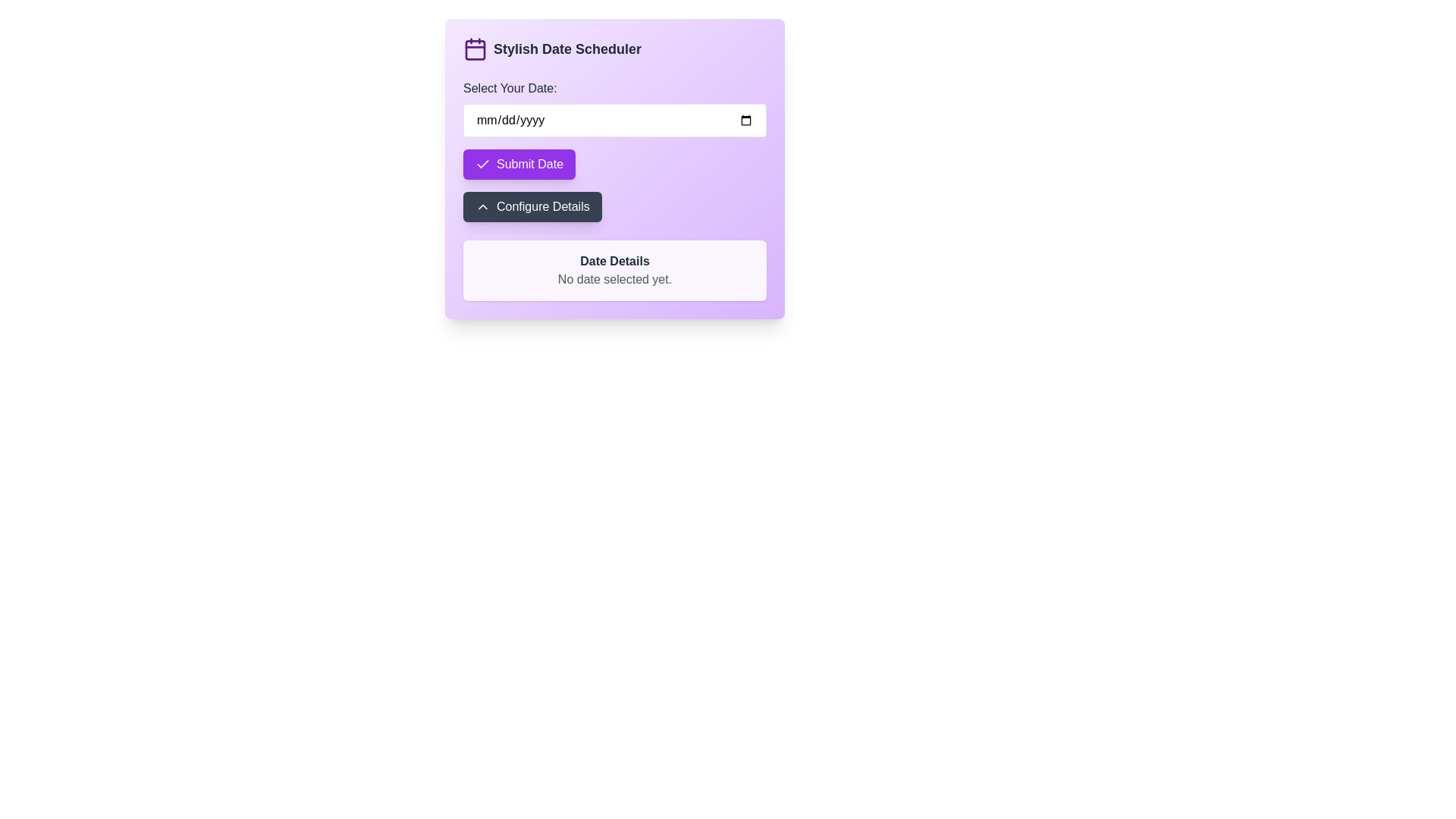 This screenshot has width=1456, height=819. What do you see at coordinates (615, 49) in the screenshot?
I see `the heading element that indicates the purpose of the date scheduler` at bounding box center [615, 49].